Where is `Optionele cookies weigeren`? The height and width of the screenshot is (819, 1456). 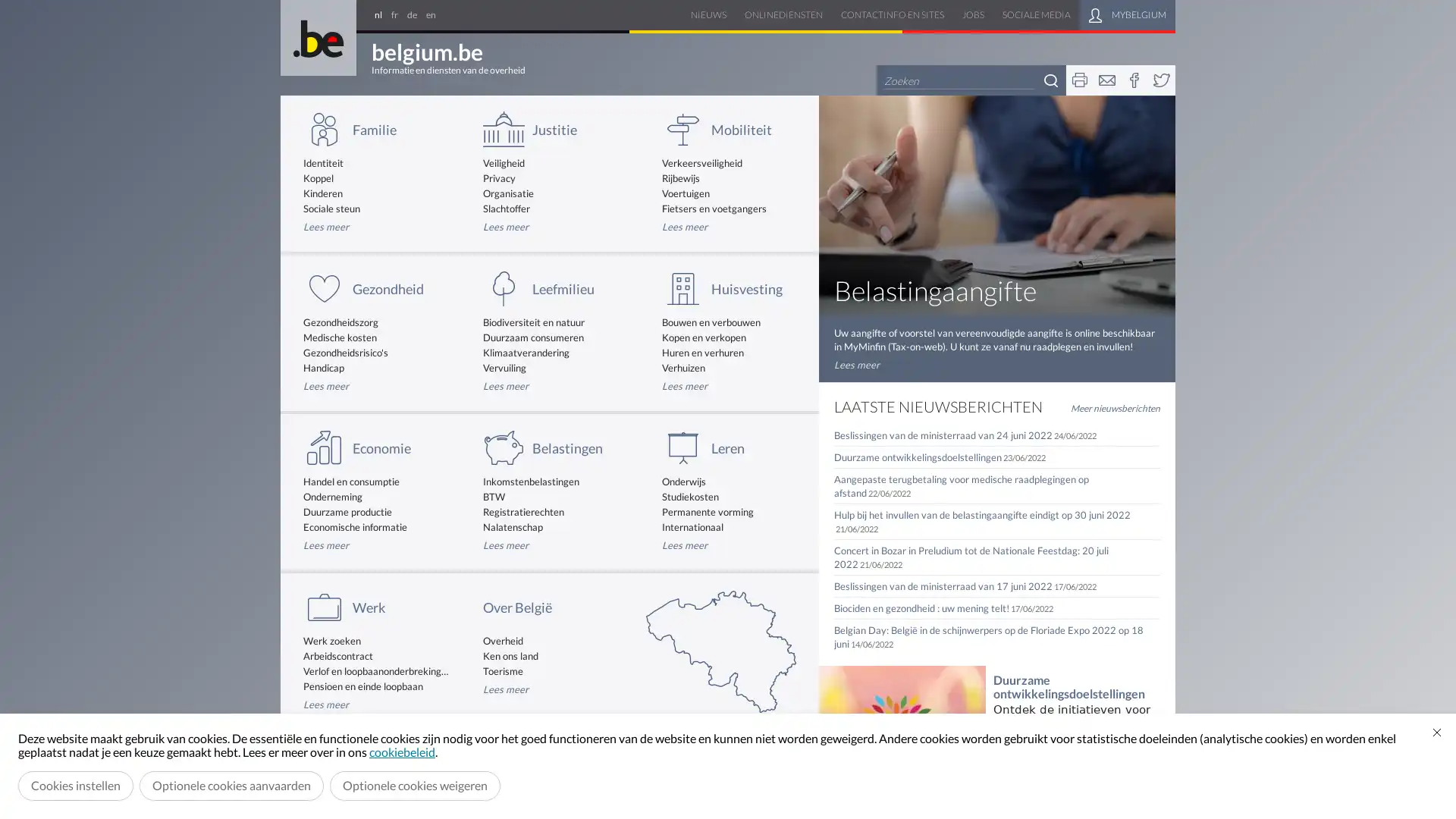 Optionele cookies weigeren is located at coordinates (415, 785).